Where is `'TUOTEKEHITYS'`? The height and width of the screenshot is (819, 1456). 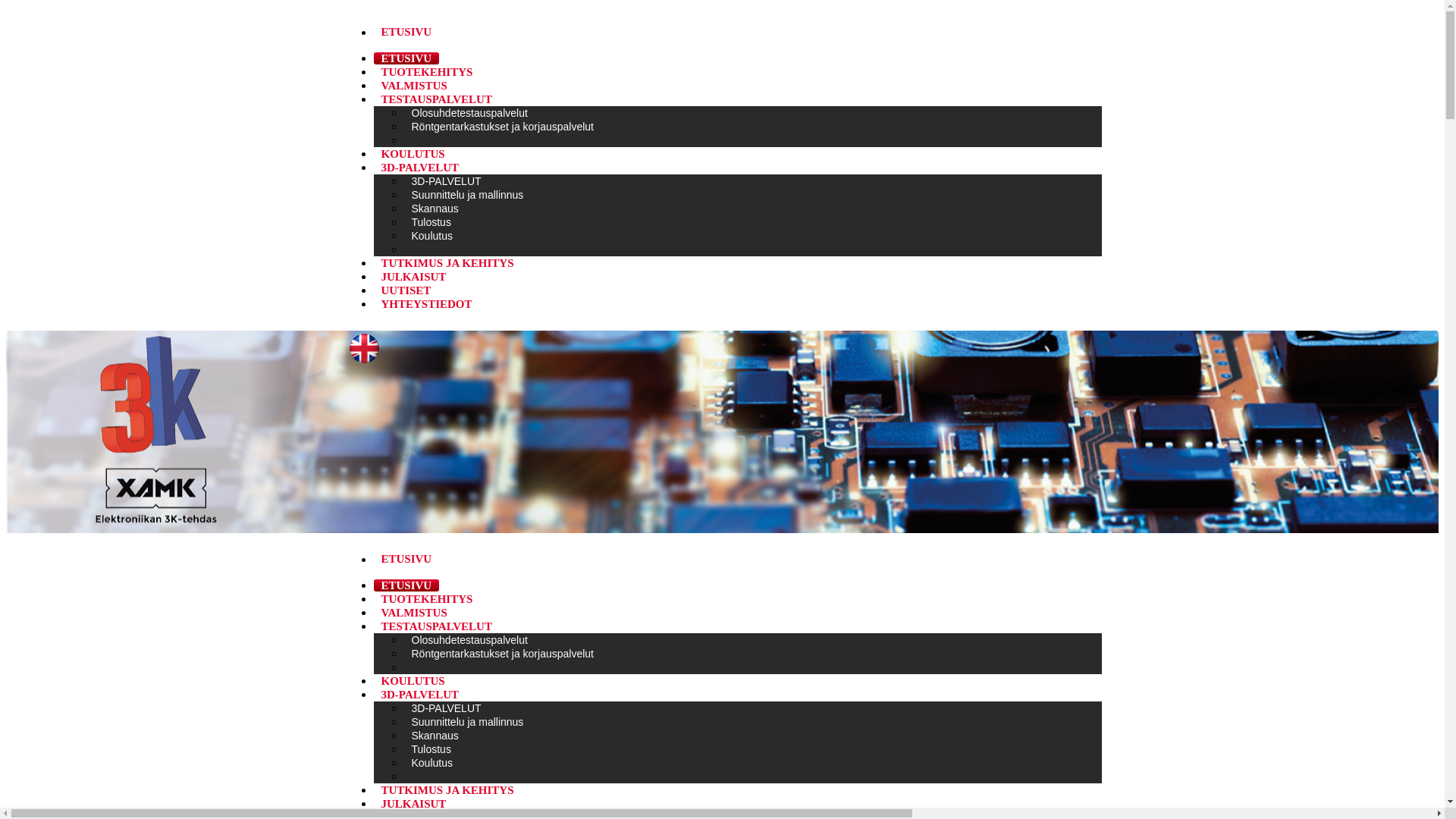 'TUOTEKEHITYS' is located at coordinates (425, 598).